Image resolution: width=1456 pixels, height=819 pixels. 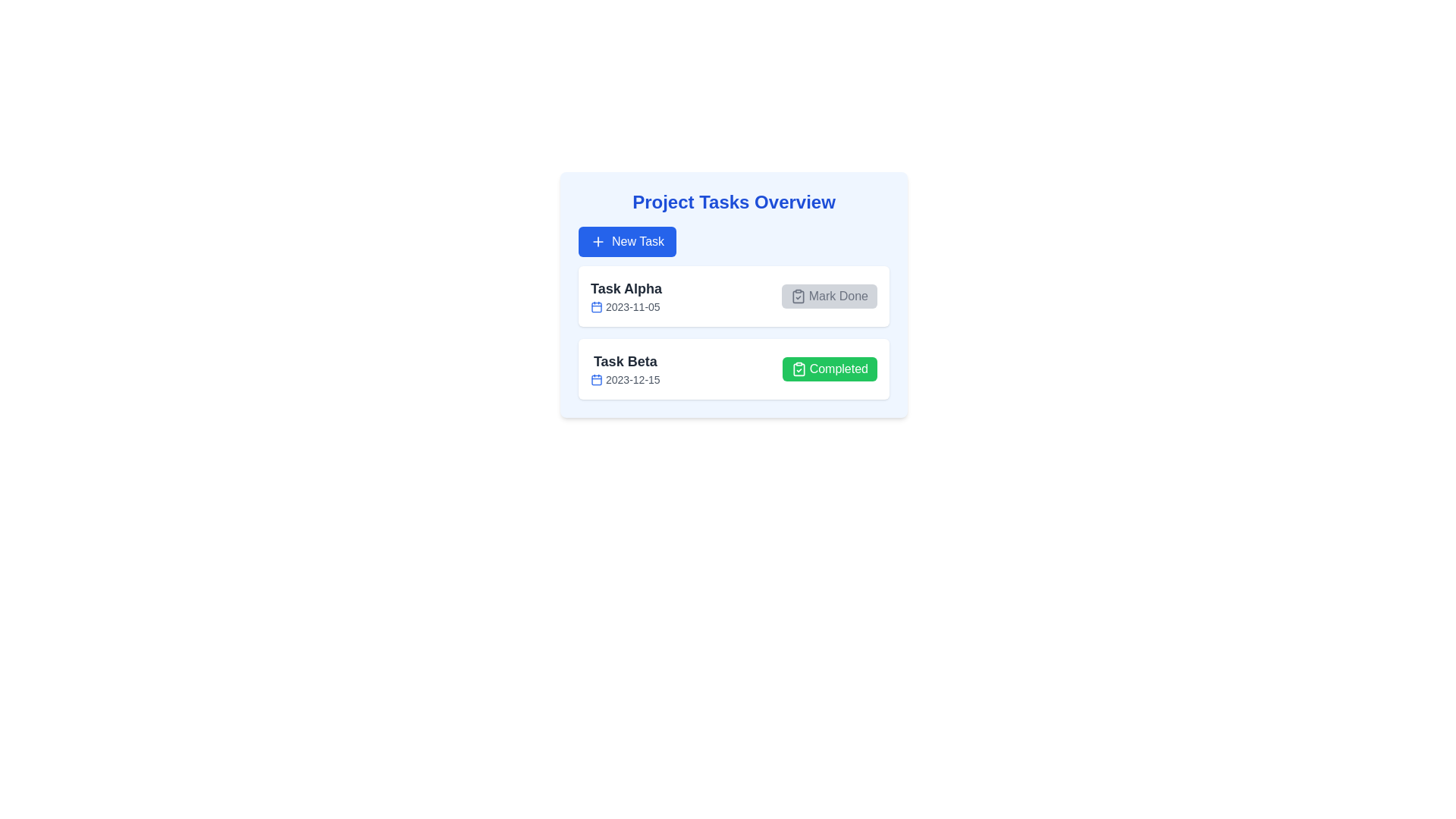 What do you see at coordinates (625, 379) in the screenshot?
I see `date displayed in the gray text label '2023-12-15', which is located below 'Task Beta' and next to the calendar icon` at bounding box center [625, 379].